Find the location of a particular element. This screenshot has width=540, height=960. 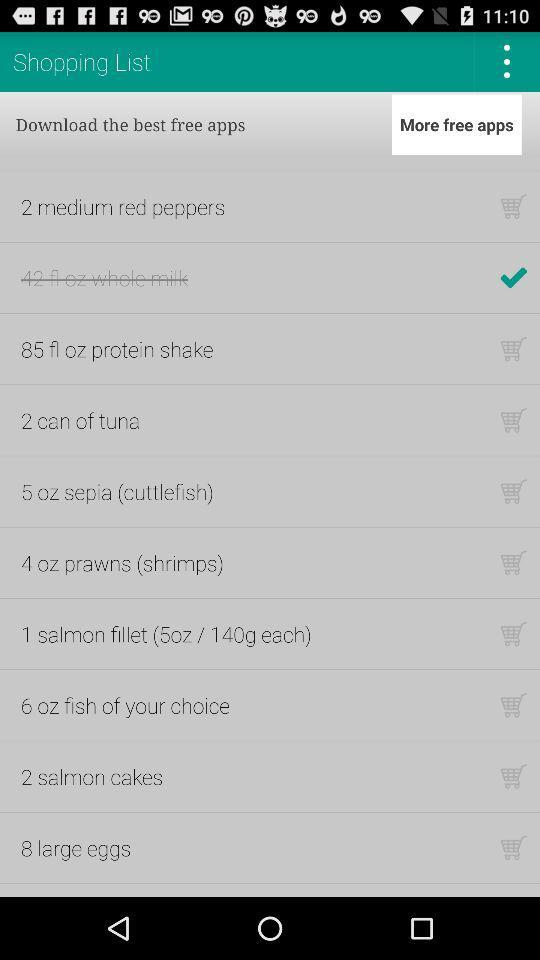

2 salmon cakes item is located at coordinates (91, 775).